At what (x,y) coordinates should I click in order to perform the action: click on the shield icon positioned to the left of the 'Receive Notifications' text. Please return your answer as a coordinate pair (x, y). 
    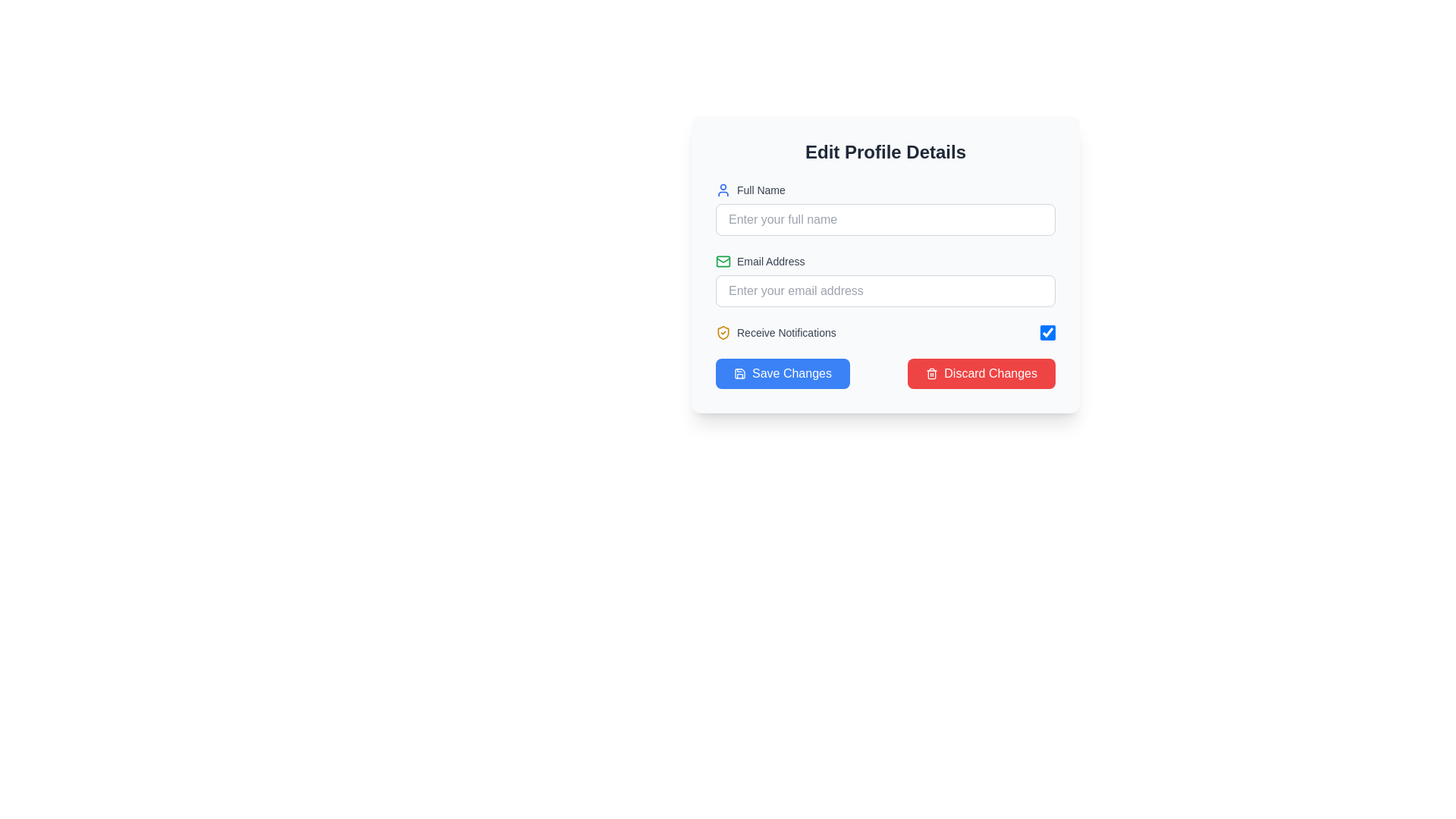
    Looking at the image, I should click on (723, 332).